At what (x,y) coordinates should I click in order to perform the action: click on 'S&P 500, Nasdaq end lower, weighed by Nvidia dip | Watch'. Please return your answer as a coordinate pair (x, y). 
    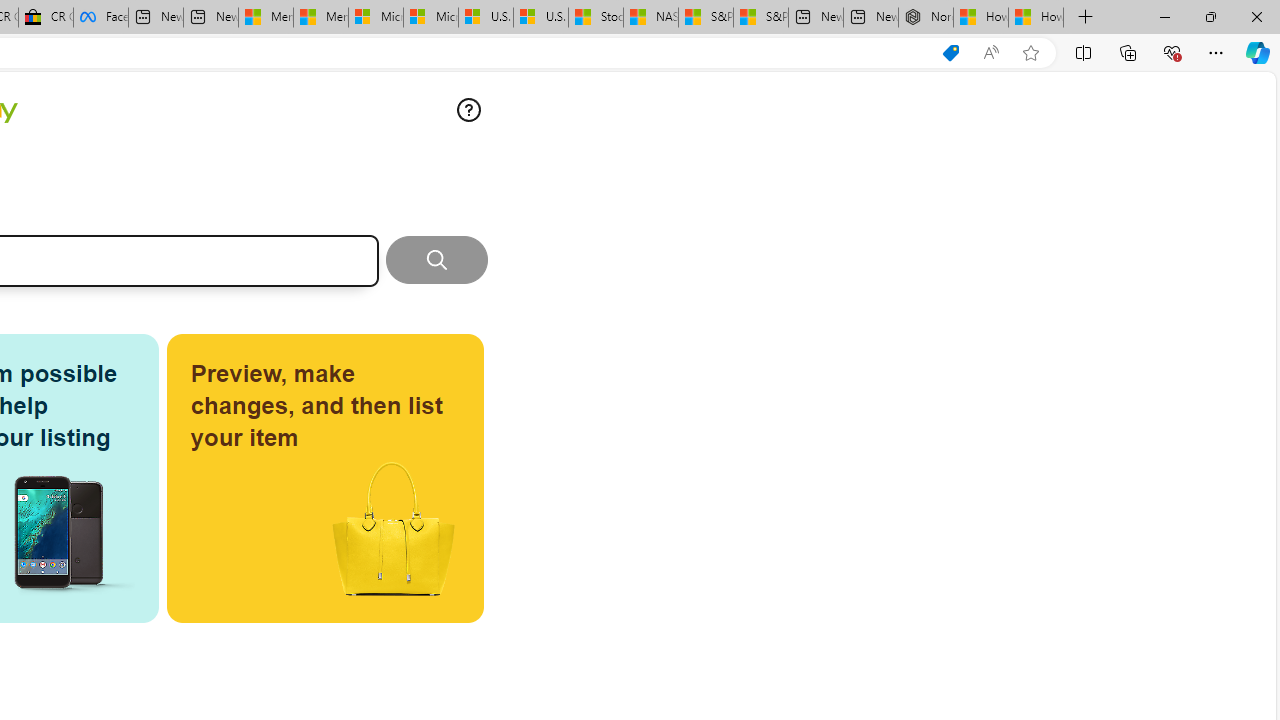
    Looking at the image, I should click on (759, 17).